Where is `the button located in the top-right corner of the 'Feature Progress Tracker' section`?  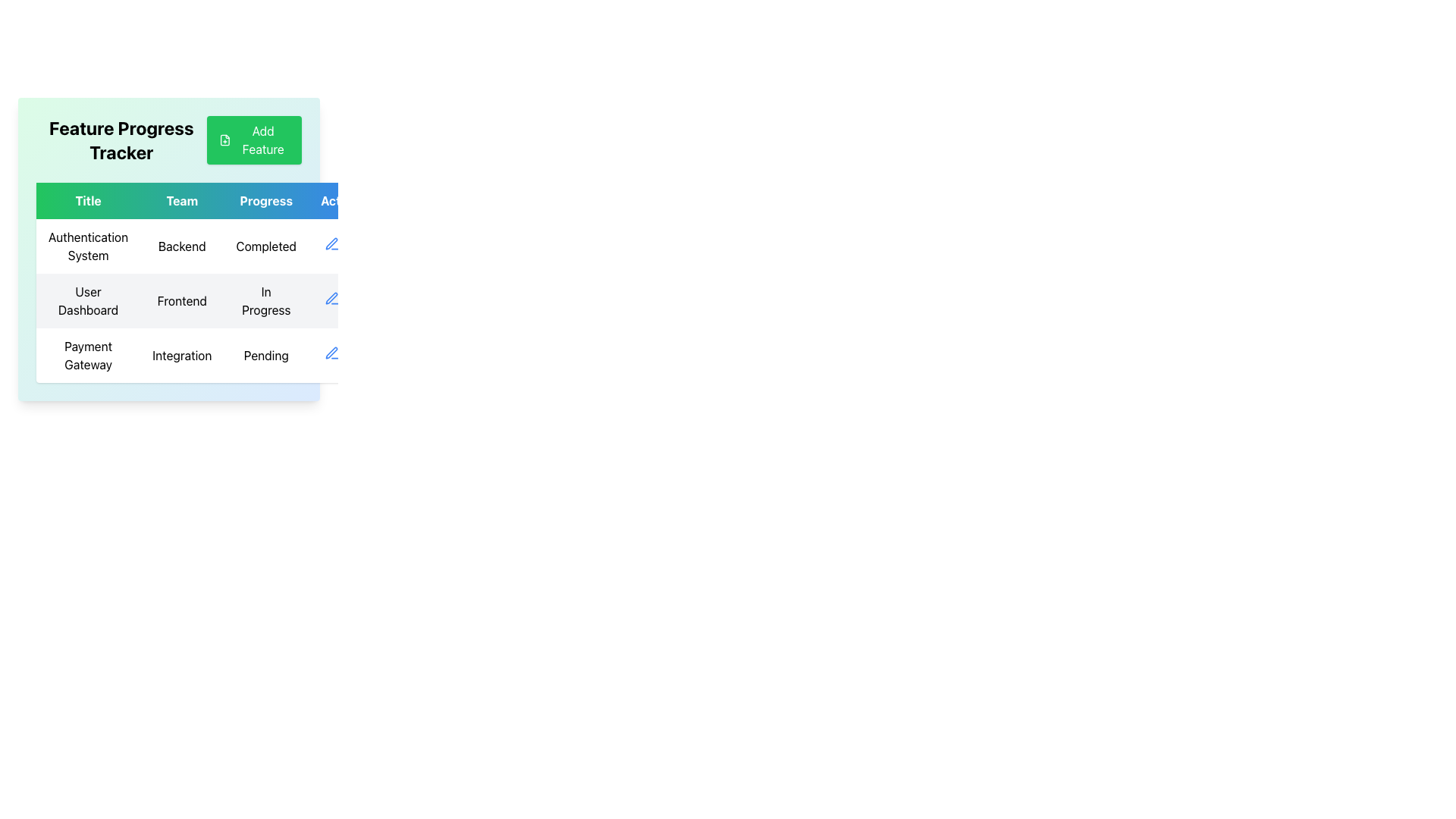 the button located in the top-right corner of the 'Feature Progress Tracker' section is located at coordinates (254, 140).